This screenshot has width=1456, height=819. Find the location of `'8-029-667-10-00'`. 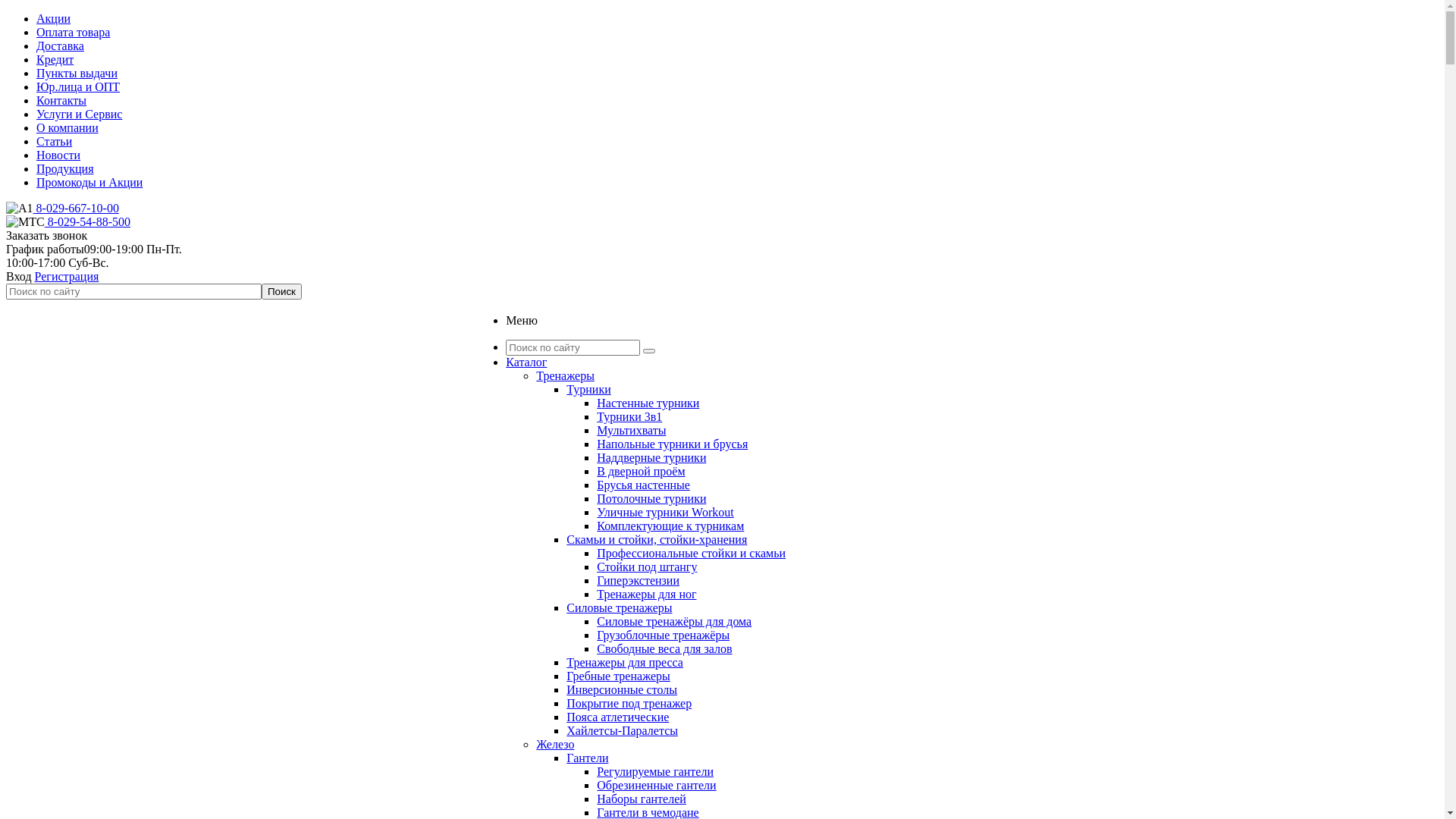

'8-029-667-10-00' is located at coordinates (75, 208).